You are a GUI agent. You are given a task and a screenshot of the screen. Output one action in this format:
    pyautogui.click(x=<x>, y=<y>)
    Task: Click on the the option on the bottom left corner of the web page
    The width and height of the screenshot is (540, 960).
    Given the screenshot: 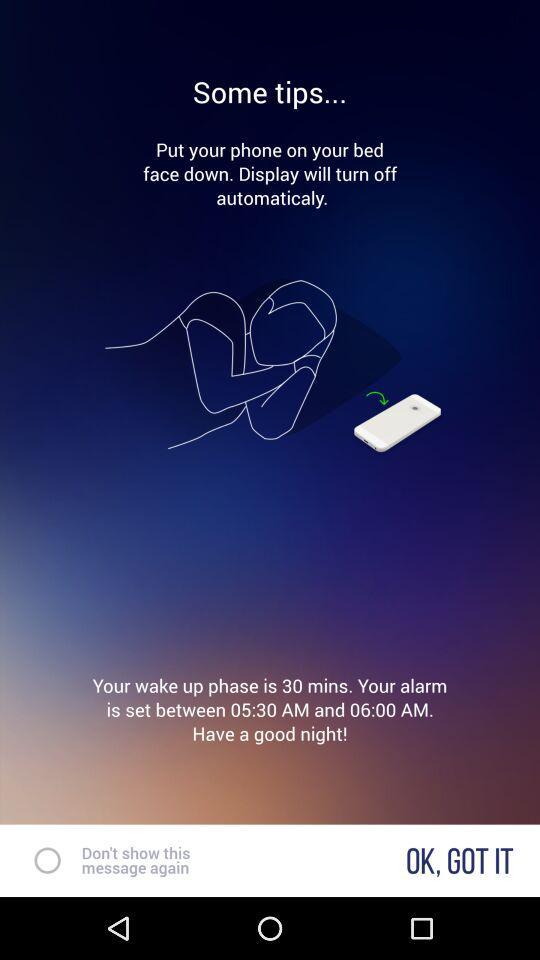 What is the action you would take?
    pyautogui.click(x=38, y=860)
    